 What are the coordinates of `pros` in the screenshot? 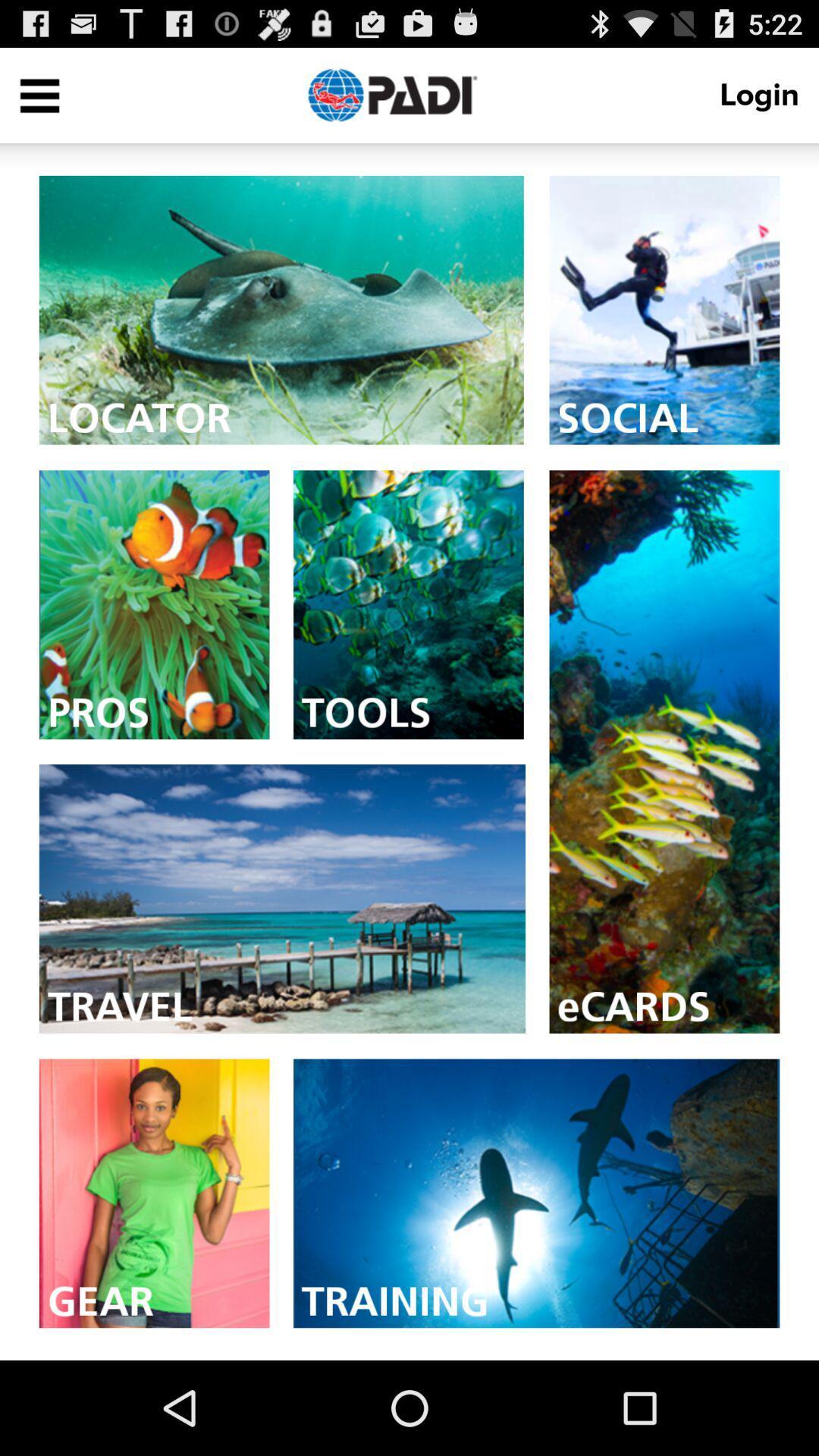 It's located at (154, 604).